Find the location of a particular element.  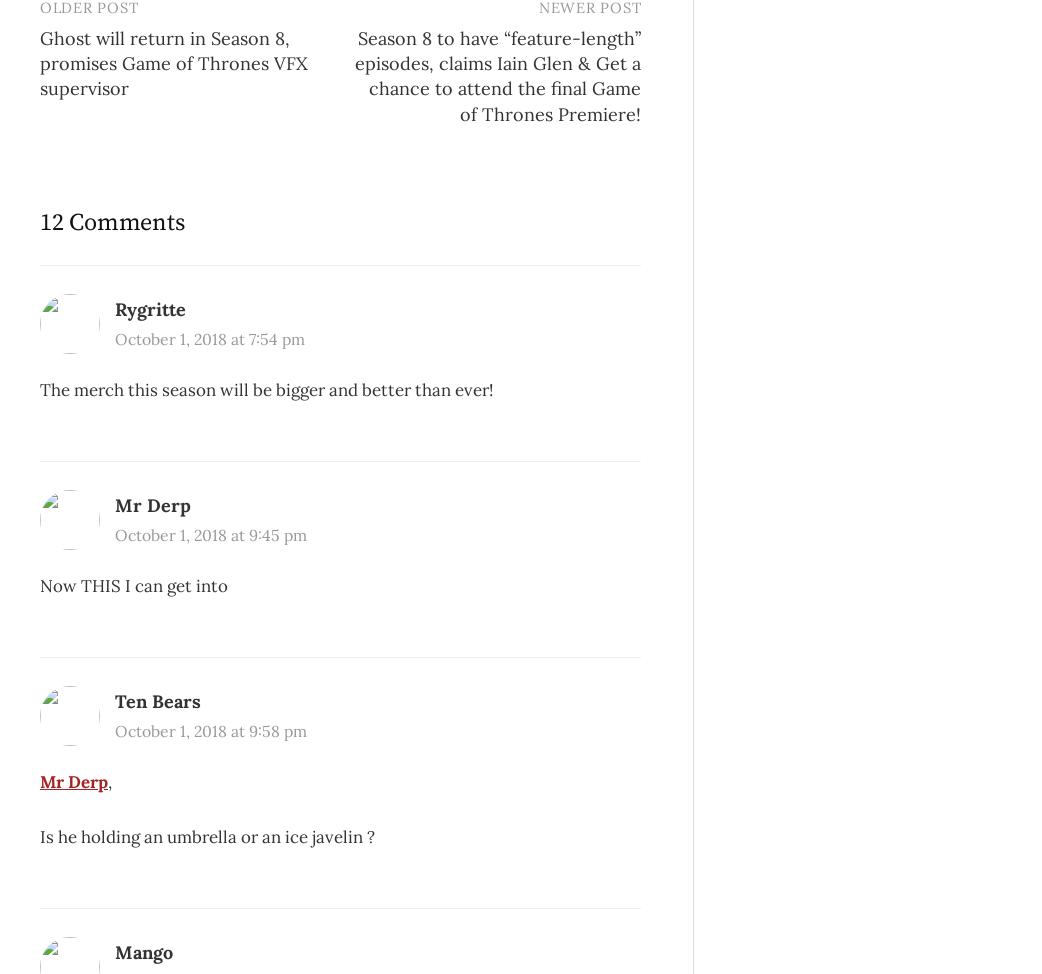

'October 1, 2018 at 9:45 pm' is located at coordinates (210, 535).